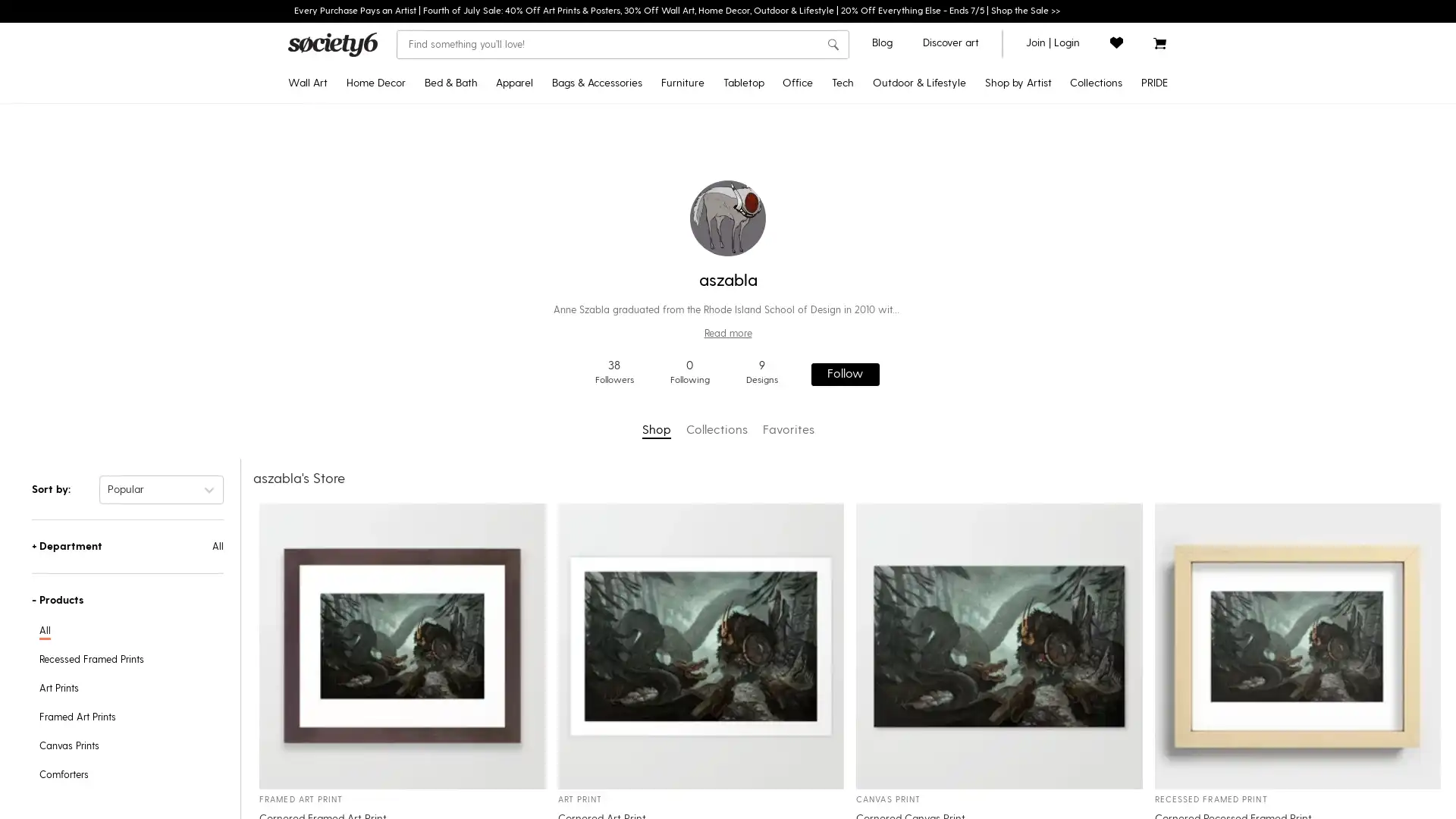 The image size is (1456, 819). I want to click on Table Runners, so click(771, 194).